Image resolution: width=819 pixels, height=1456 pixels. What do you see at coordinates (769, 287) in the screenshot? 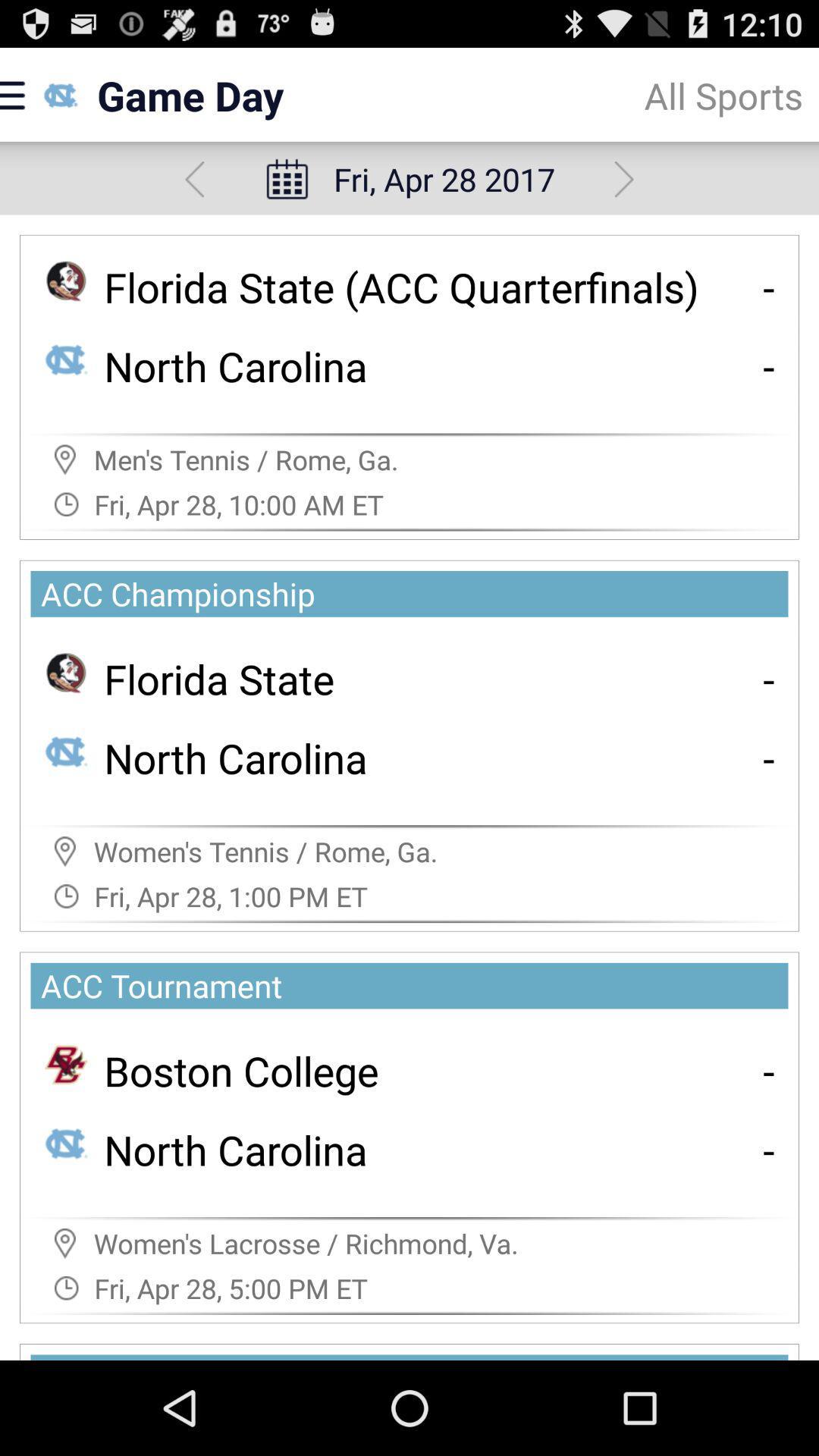
I see `- item` at bounding box center [769, 287].